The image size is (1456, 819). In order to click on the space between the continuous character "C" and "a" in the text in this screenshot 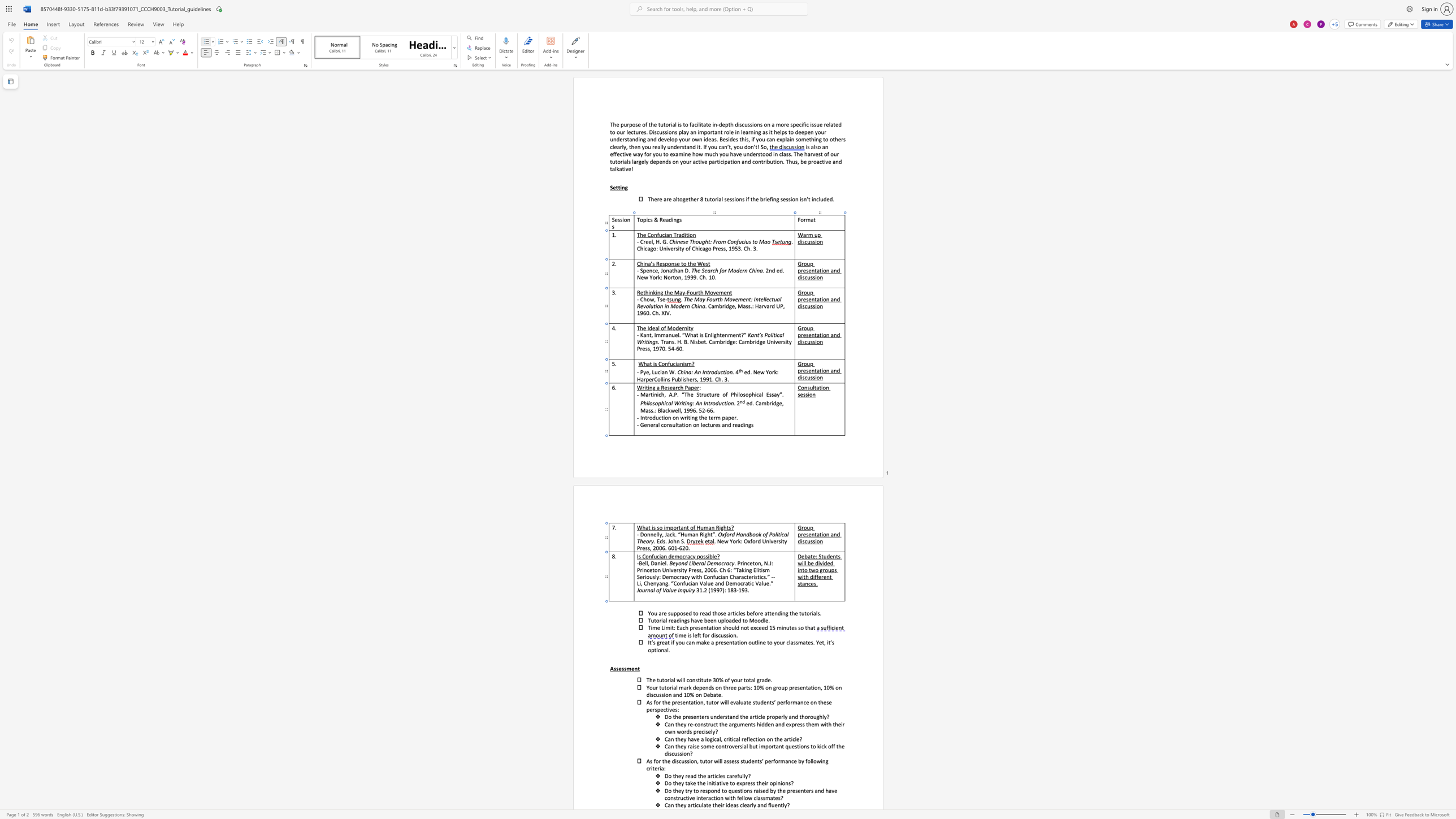, I will do `click(668, 723)`.